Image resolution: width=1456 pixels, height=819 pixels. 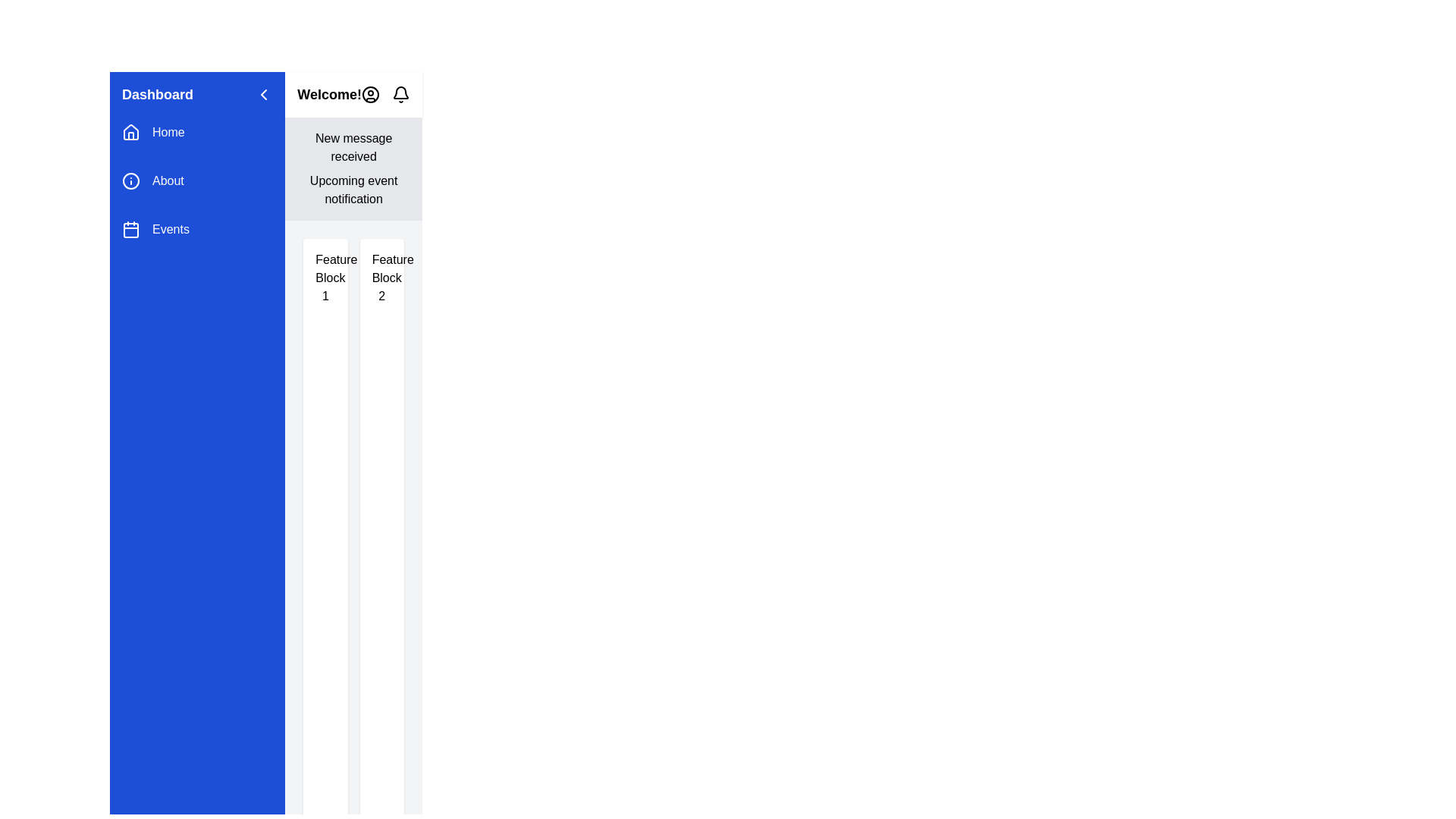 What do you see at coordinates (385, 94) in the screenshot?
I see `the notification bell icon located within the compact group of icons next to the 'Welcome!' text in the upper-right section of the header area` at bounding box center [385, 94].